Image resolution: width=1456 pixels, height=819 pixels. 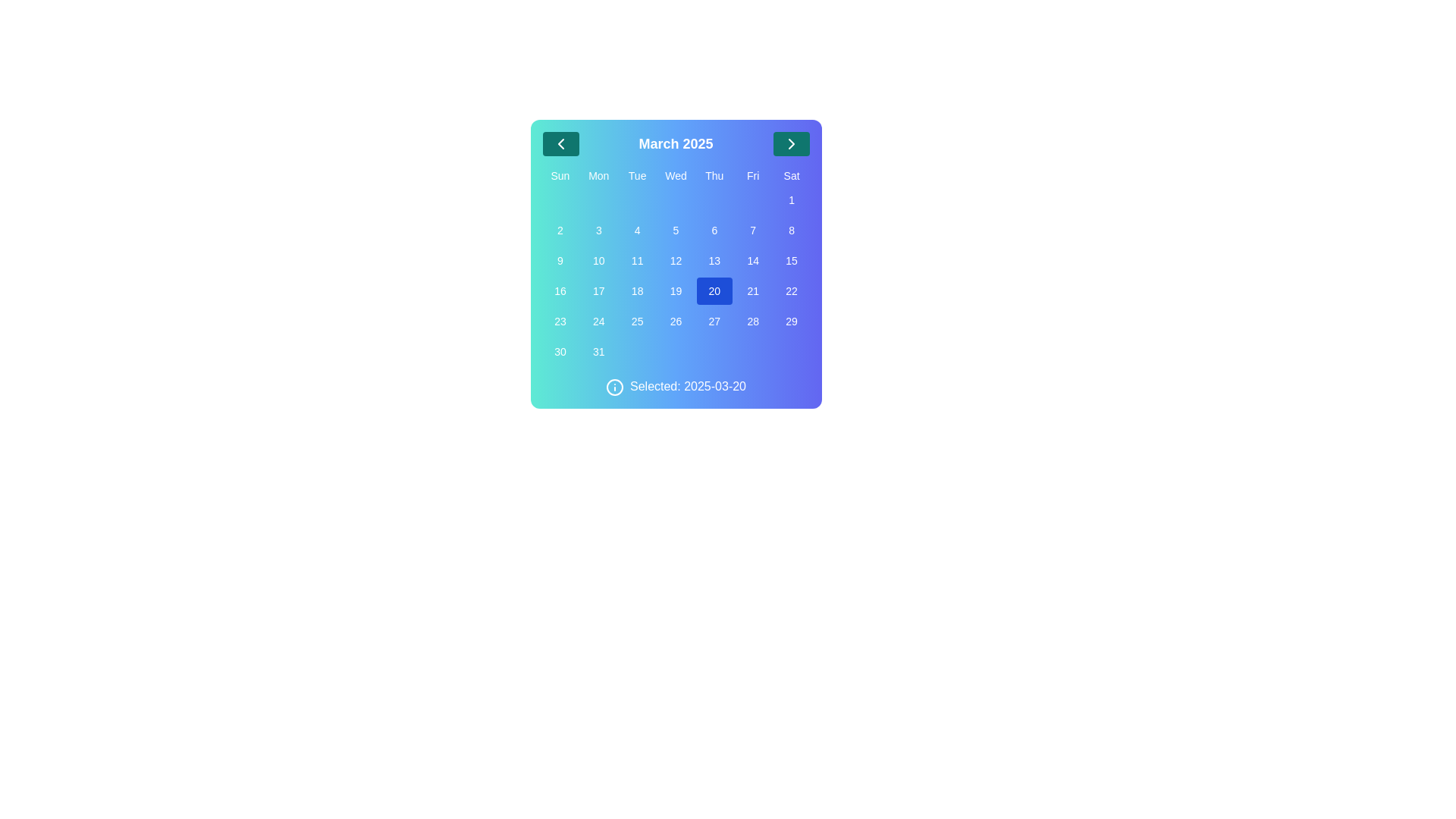 I want to click on the rectangular button labeled '16' located in the fourth row and first column of the calendar grid under the week header 'Sun', so click(x=560, y=291).